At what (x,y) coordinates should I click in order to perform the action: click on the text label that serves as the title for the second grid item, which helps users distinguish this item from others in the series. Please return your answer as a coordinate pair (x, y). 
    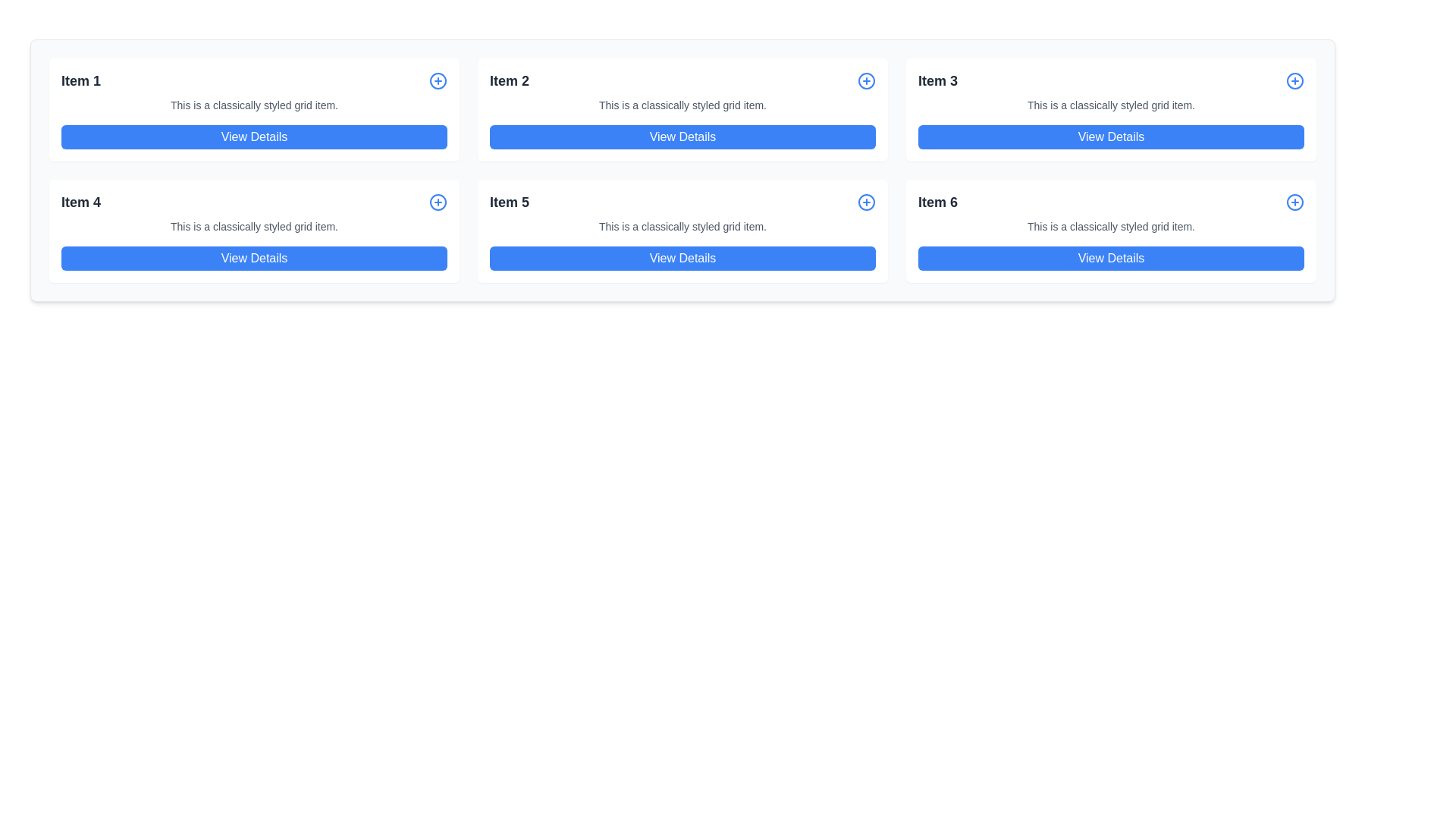
    Looking at the image, I should click on (510, 81).